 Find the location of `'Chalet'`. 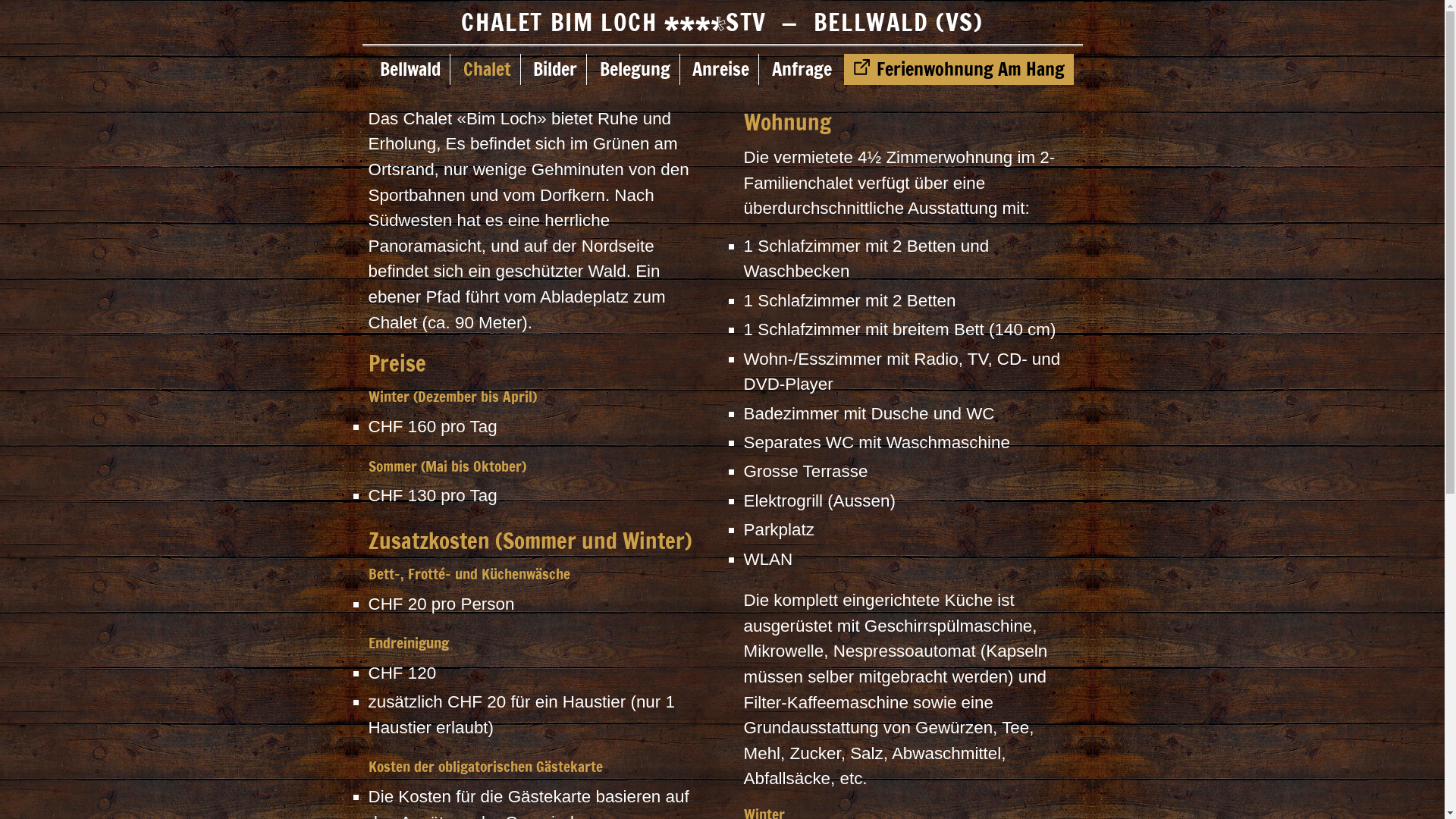

'Chalet' is located at coordinates (488, 69).